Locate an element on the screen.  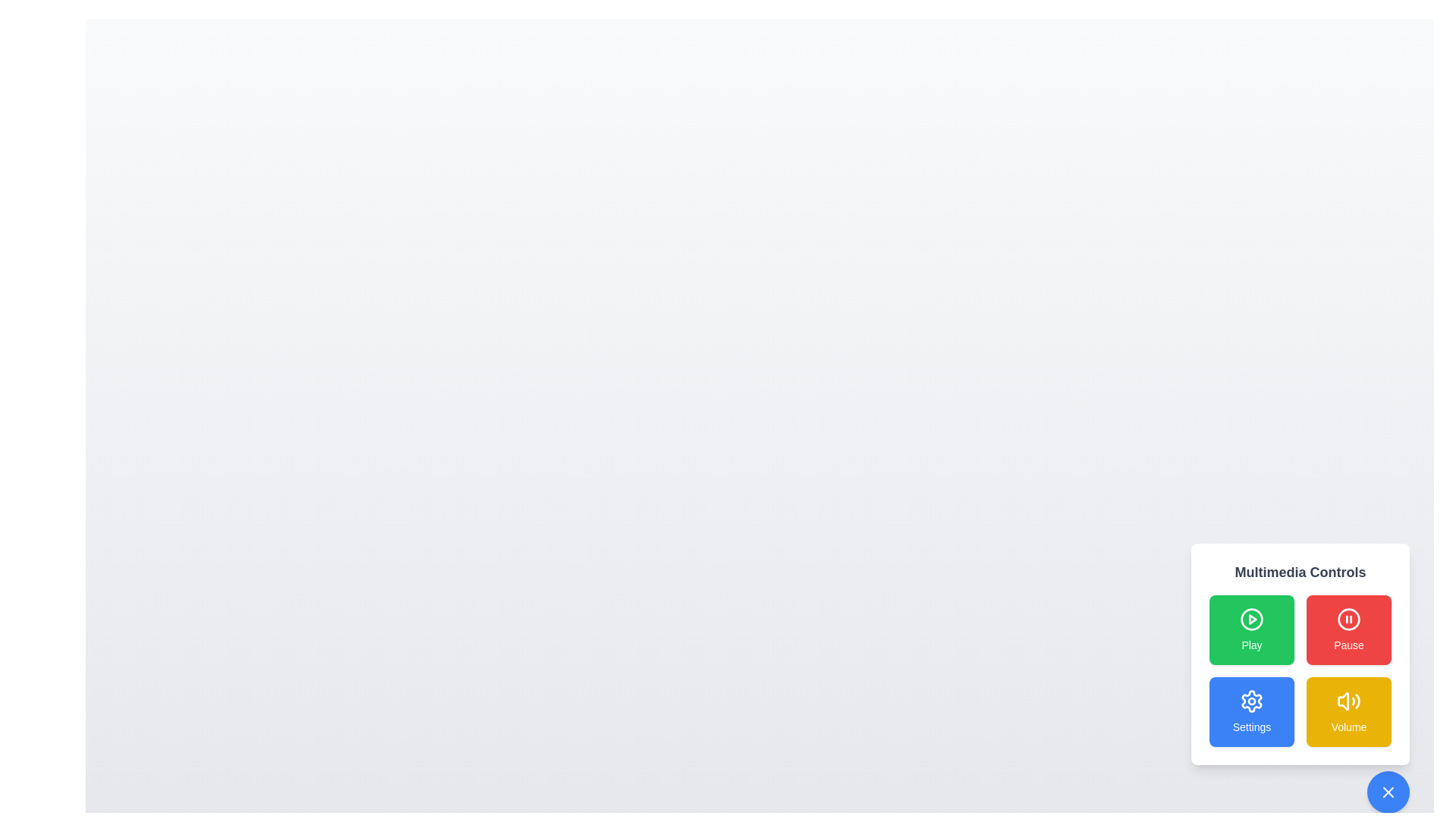
the circular blue button with a white cross icon located is located at coordinates (1388, 792).